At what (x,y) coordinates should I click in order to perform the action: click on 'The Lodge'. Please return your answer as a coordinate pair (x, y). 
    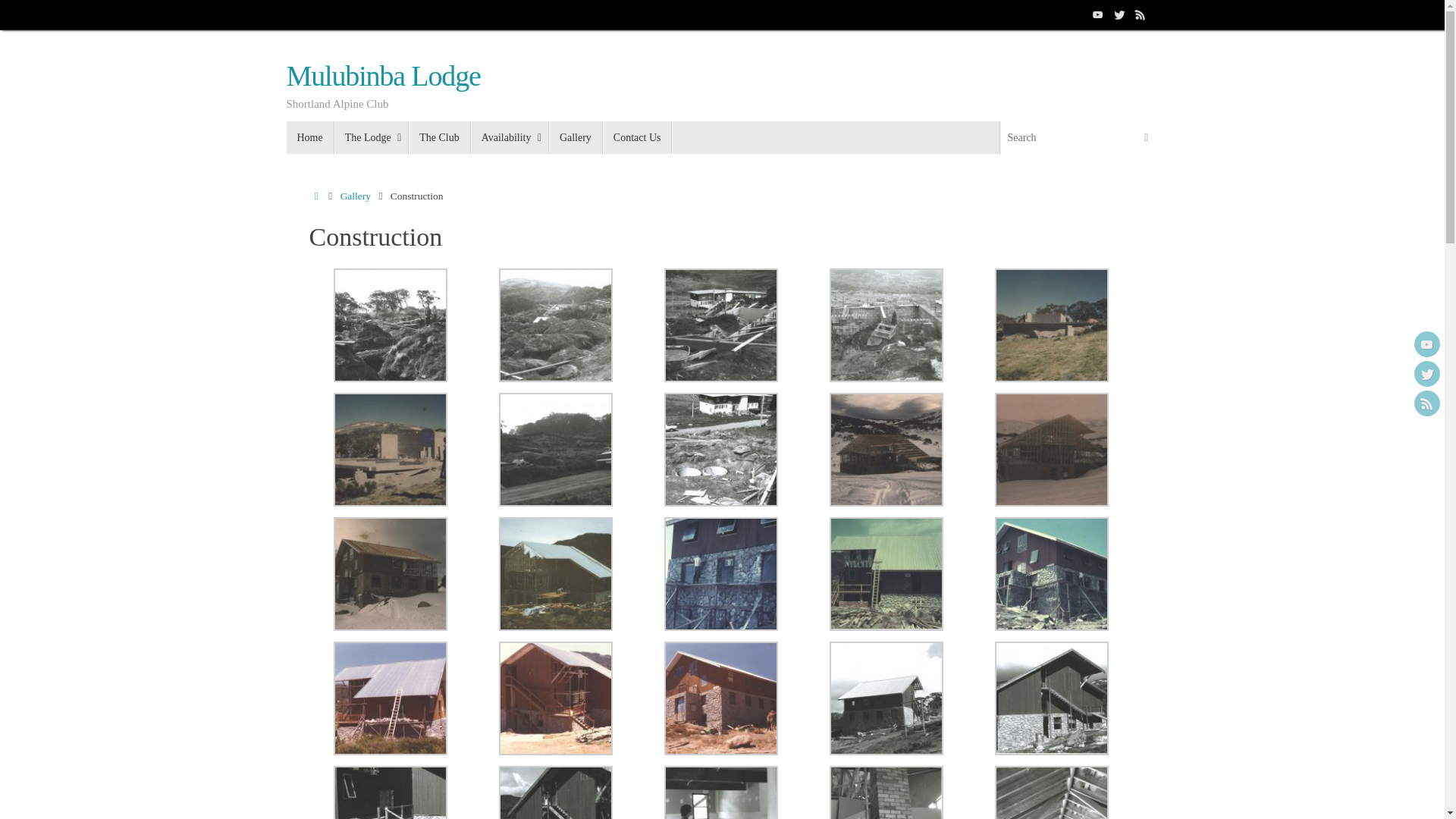
    Looking at the image, I should click on (334, 137).